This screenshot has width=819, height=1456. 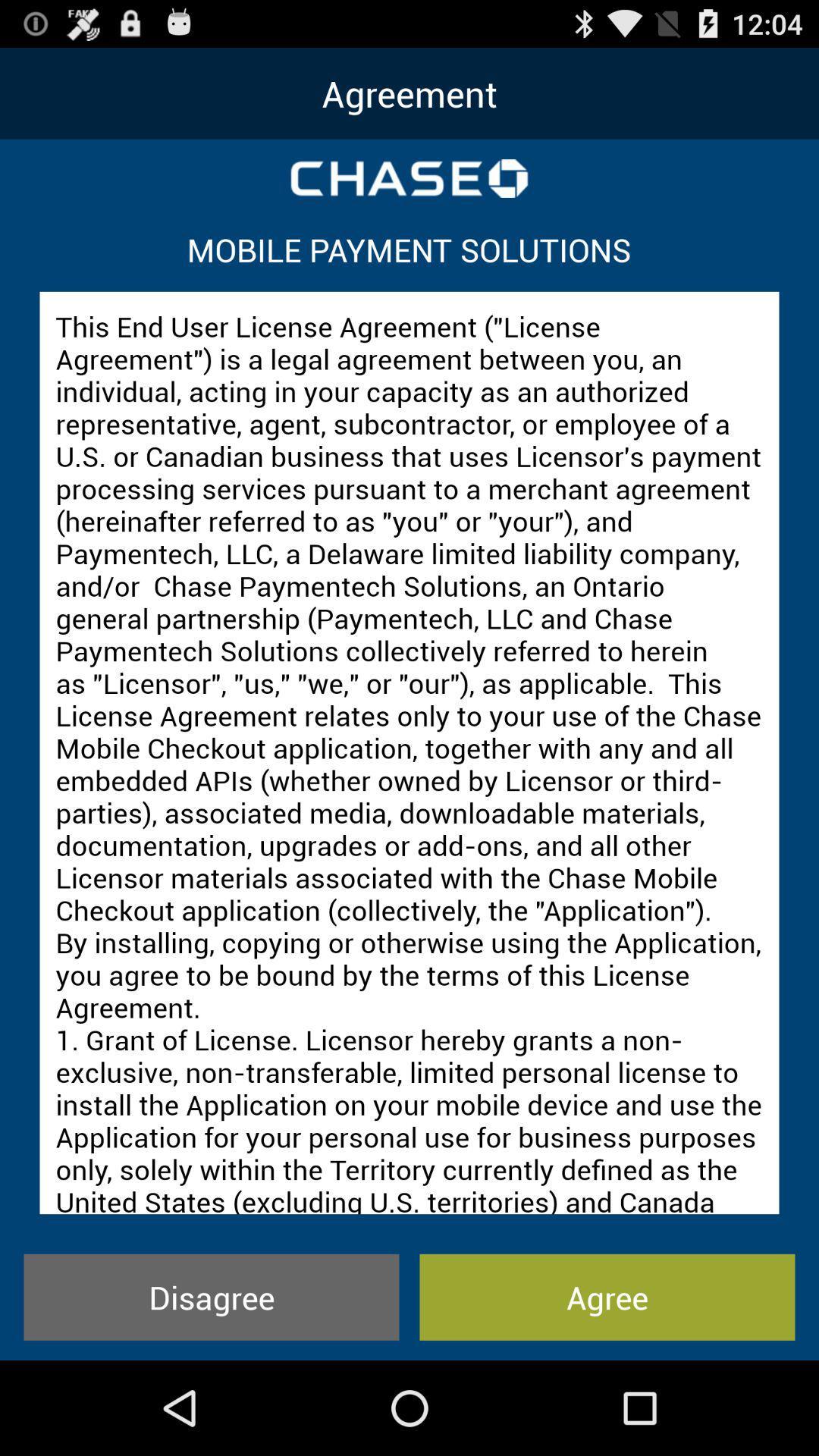 I want to click on the item to the right of the disagree item, so click(x=607, y=1296).